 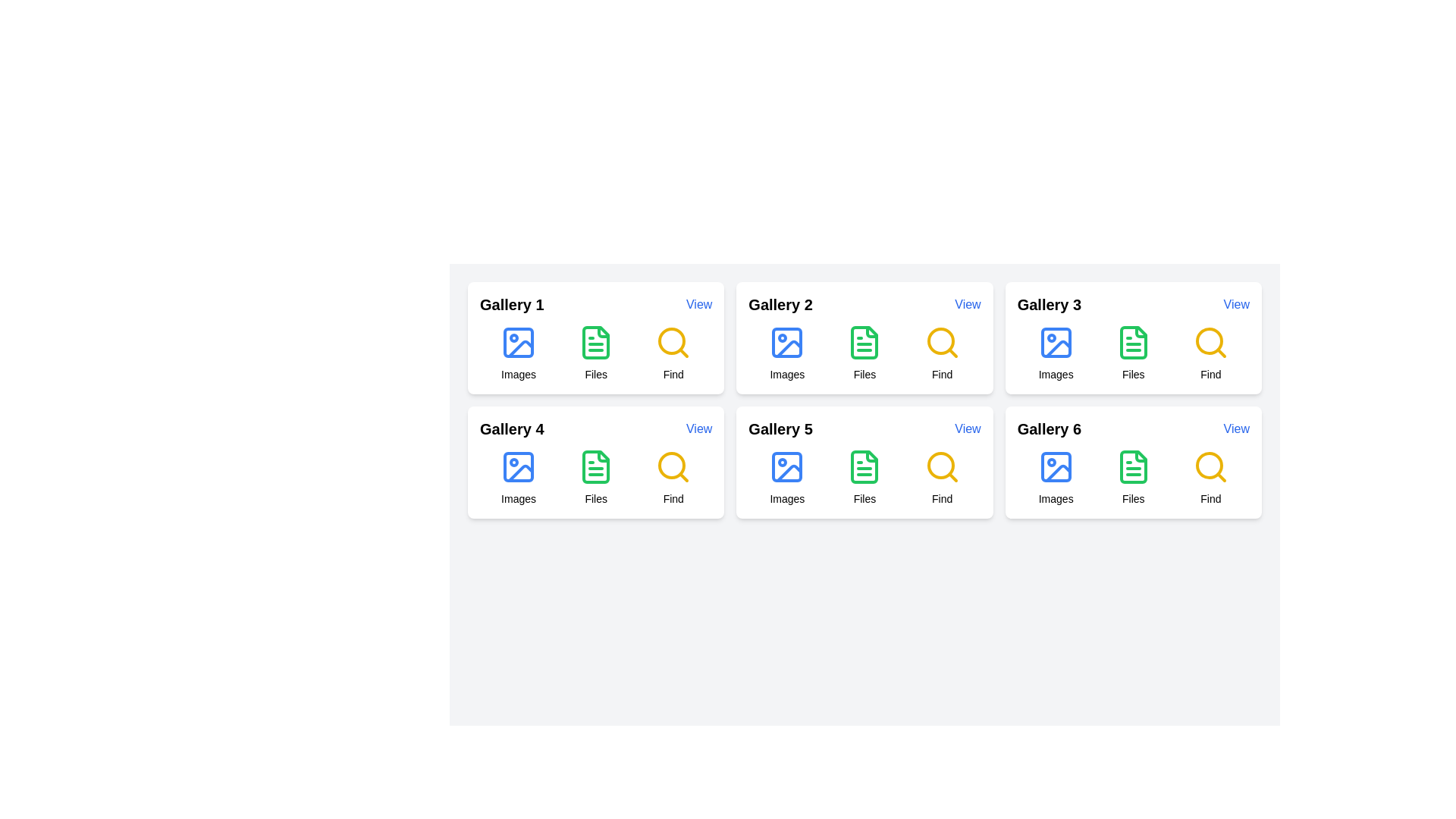 I want to click on the blue outlined pictogram icon with a circular marker in the top left corner, located in the 'Gallery 2' card, so click(x=787, y=342).